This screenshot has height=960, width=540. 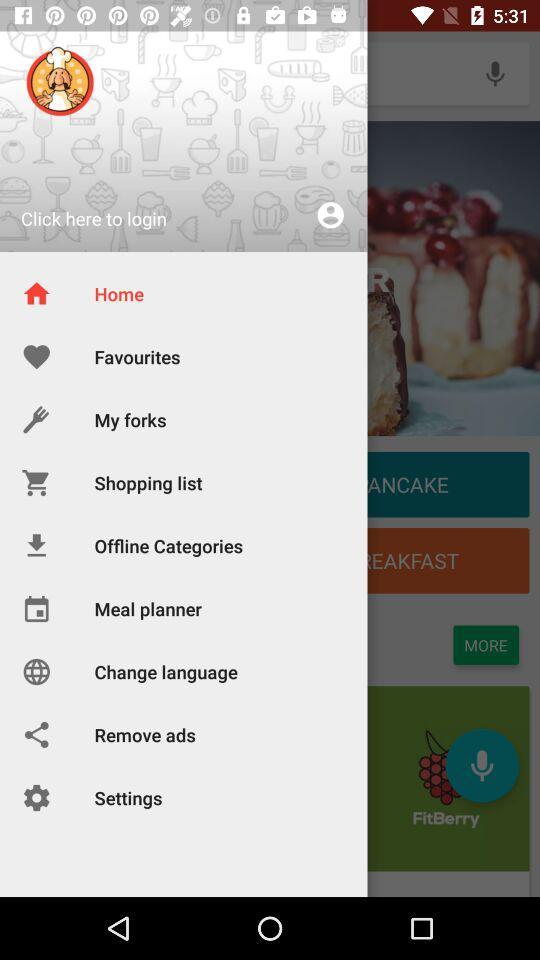 I want to click on the microphone icon, so click(x=494, y=73).